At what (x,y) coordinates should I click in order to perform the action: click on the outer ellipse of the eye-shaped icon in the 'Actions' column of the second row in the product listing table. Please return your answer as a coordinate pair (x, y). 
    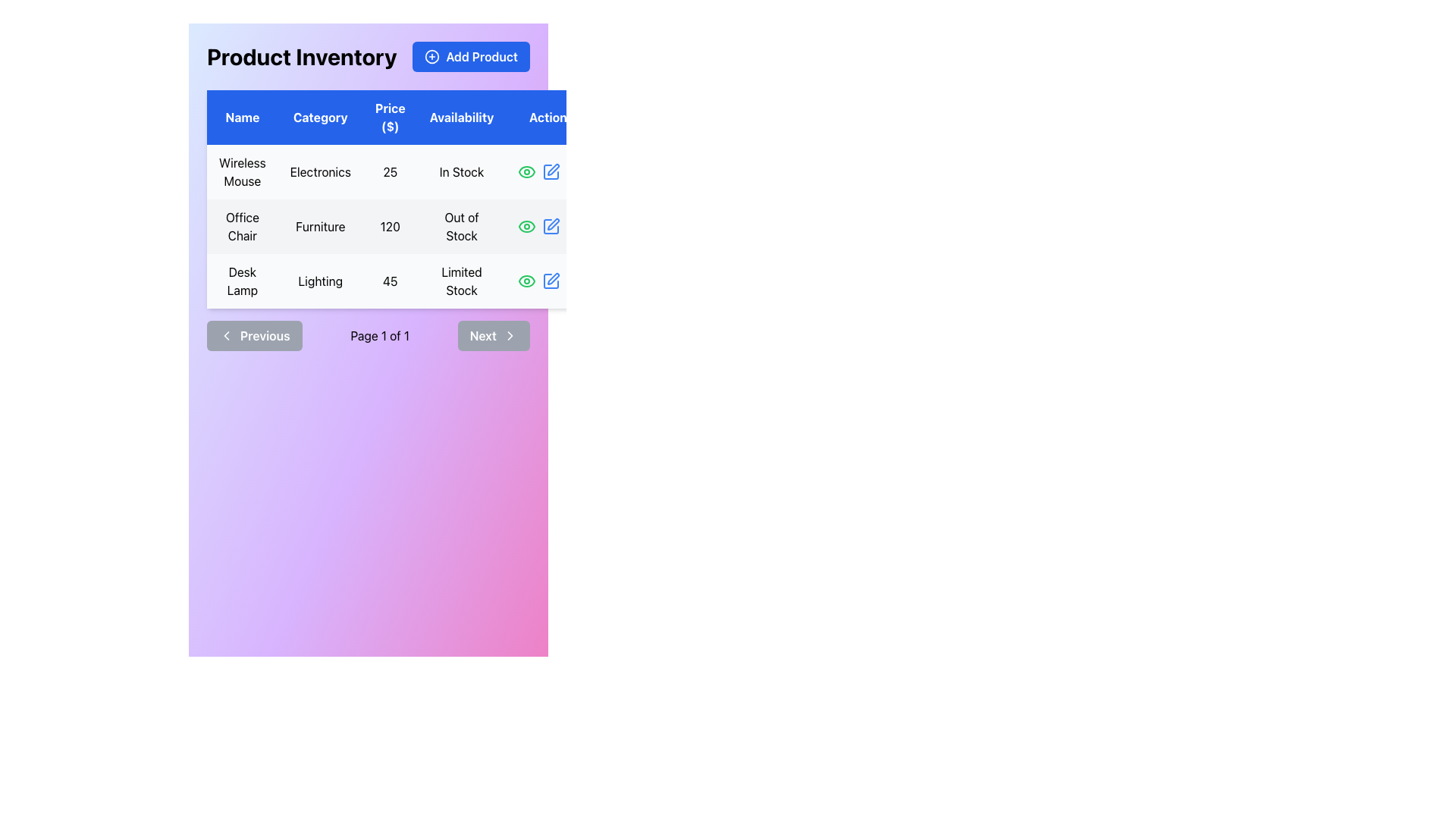
    Looking at the image, I should click on (527, 227).